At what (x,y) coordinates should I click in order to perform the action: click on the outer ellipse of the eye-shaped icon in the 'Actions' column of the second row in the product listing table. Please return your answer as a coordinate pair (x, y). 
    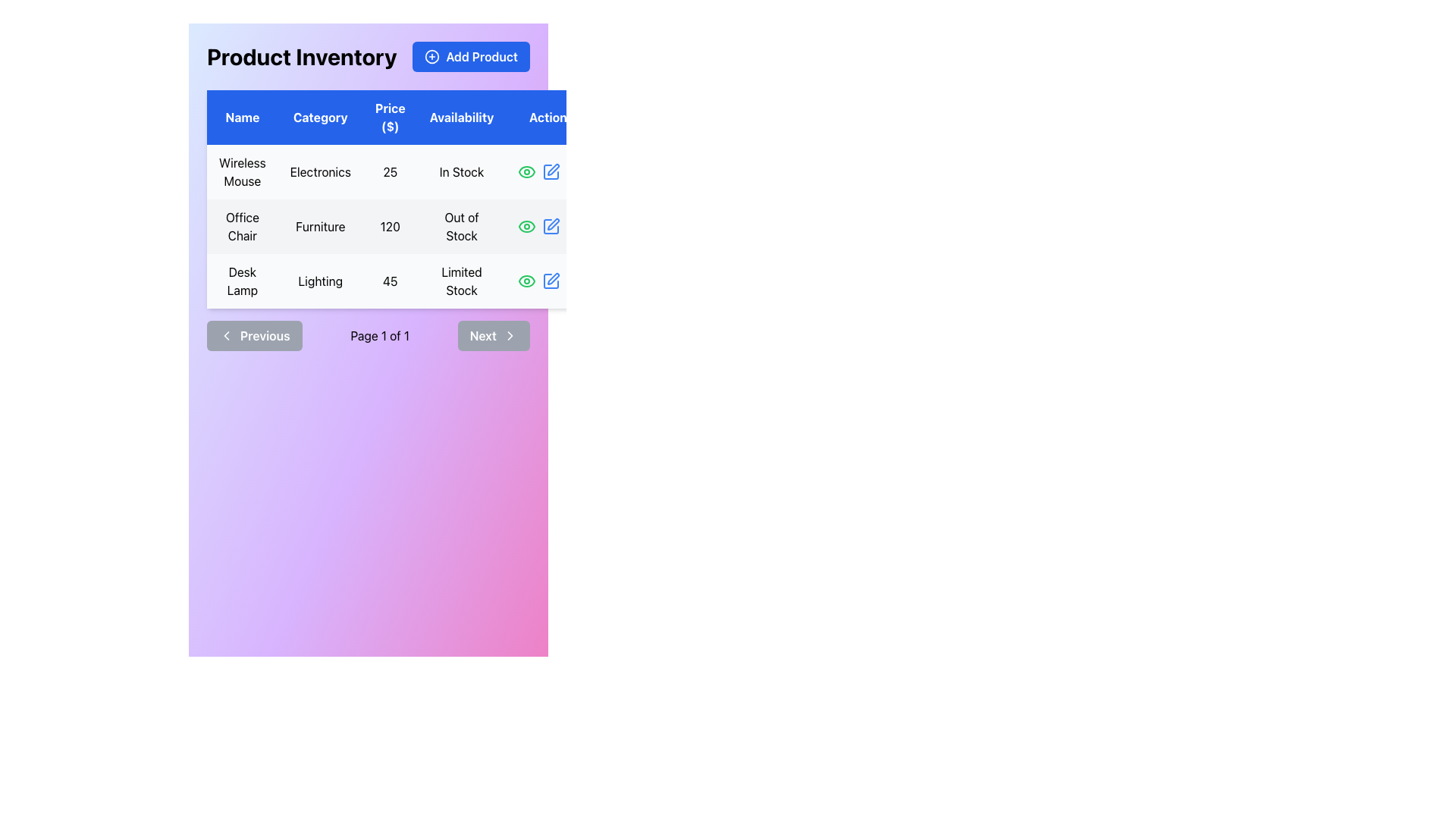
    Looking at the image, I should click on (527, 227).